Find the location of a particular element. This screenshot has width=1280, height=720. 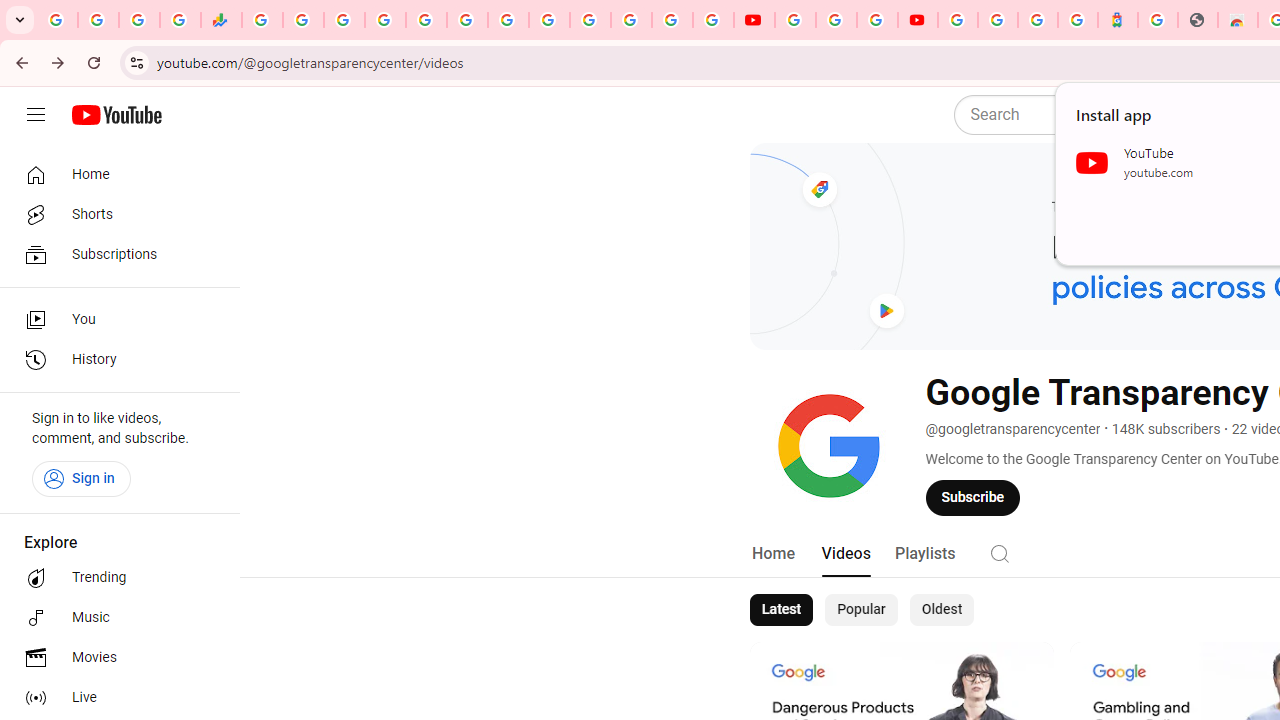

'Oldest' is located at coordinates (940, 608).